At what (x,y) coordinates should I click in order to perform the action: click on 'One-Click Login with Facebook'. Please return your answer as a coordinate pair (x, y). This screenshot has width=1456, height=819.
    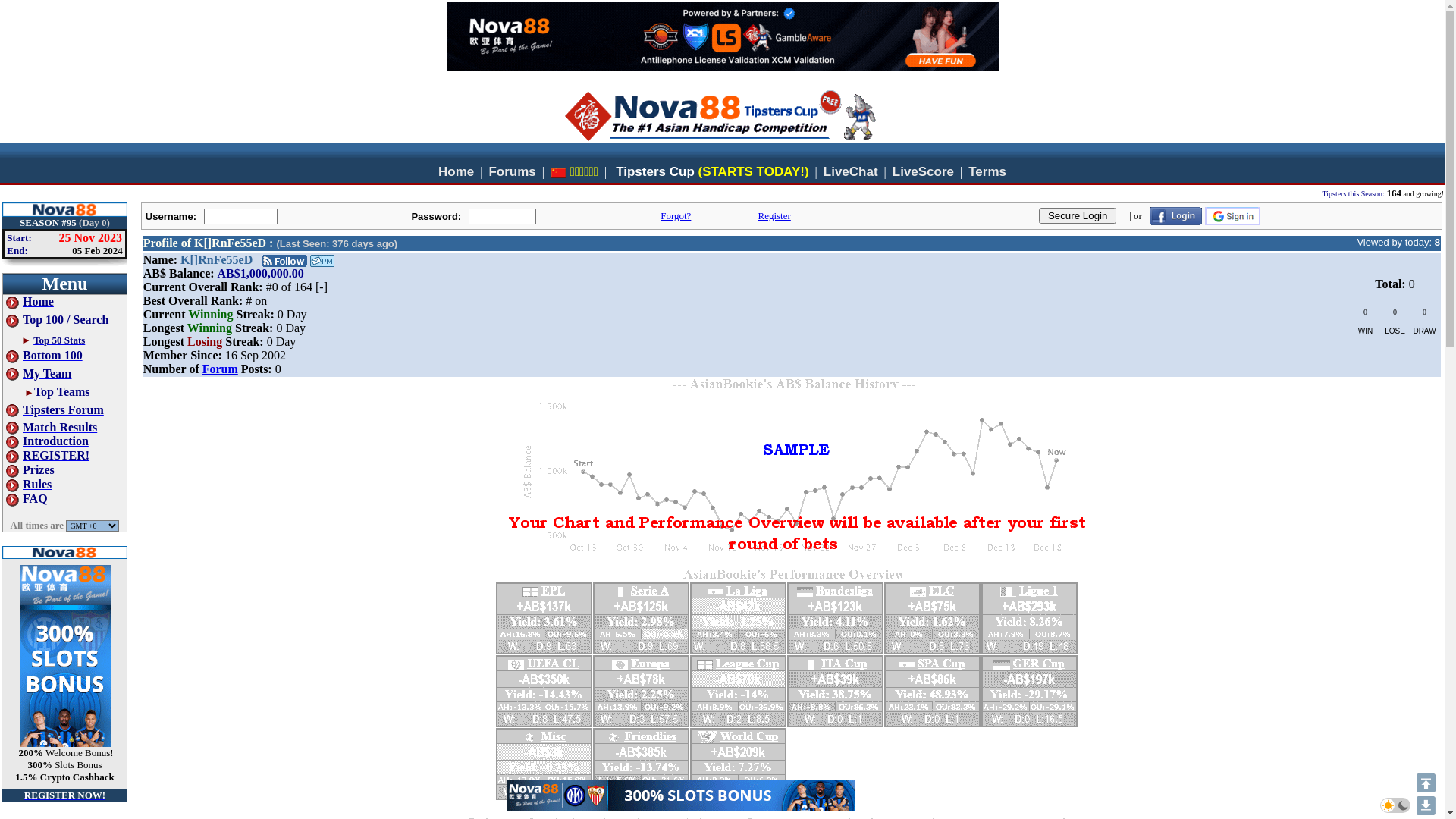
    Looking at the image, I should click on (1150, 216).